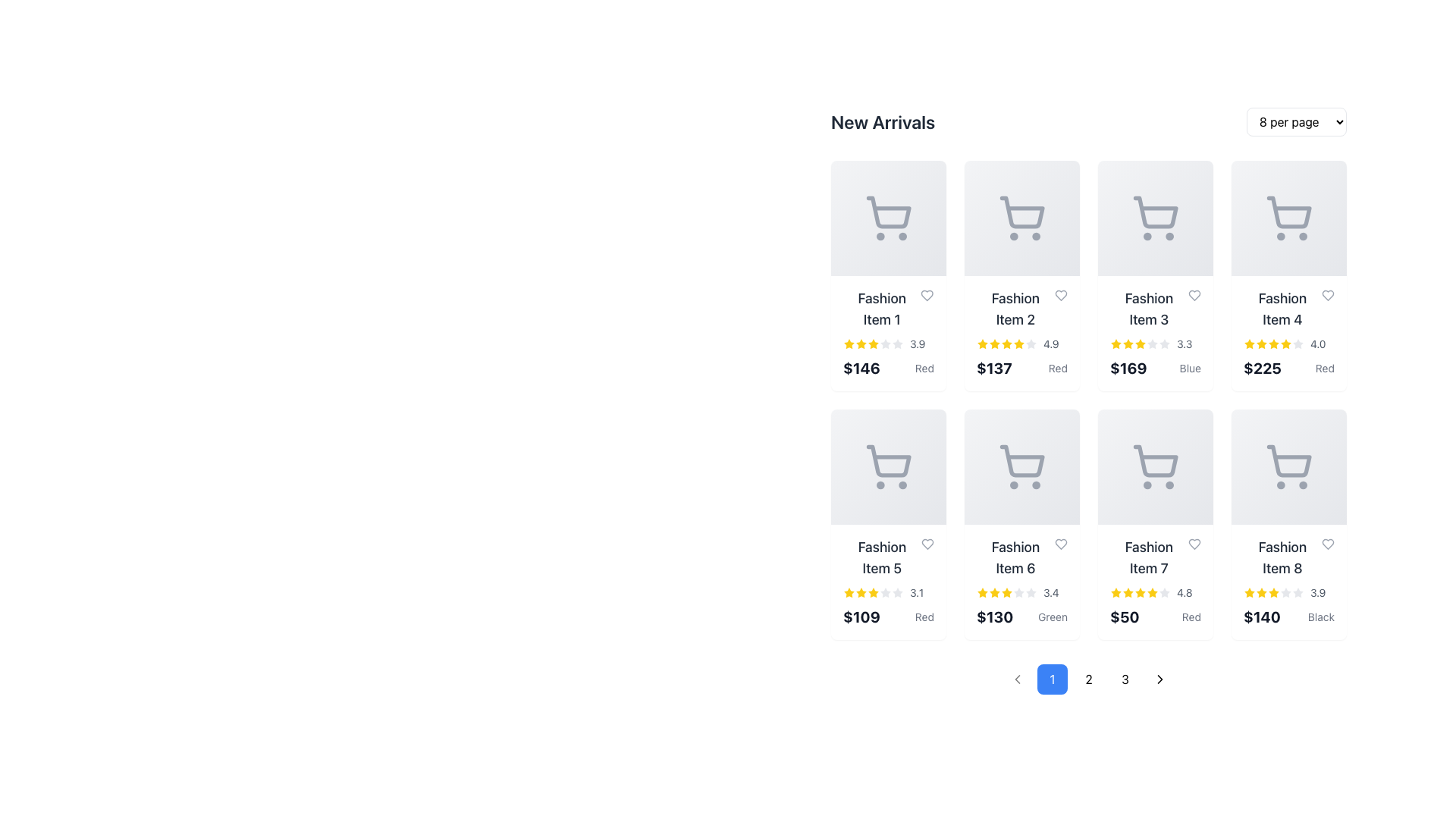  Describe the element at coordinates (924, 369) in the screenshot. I see `text content of the color attribute label located in the first column of the first row of the product card, positioned directly below the price '$146'` at that location.